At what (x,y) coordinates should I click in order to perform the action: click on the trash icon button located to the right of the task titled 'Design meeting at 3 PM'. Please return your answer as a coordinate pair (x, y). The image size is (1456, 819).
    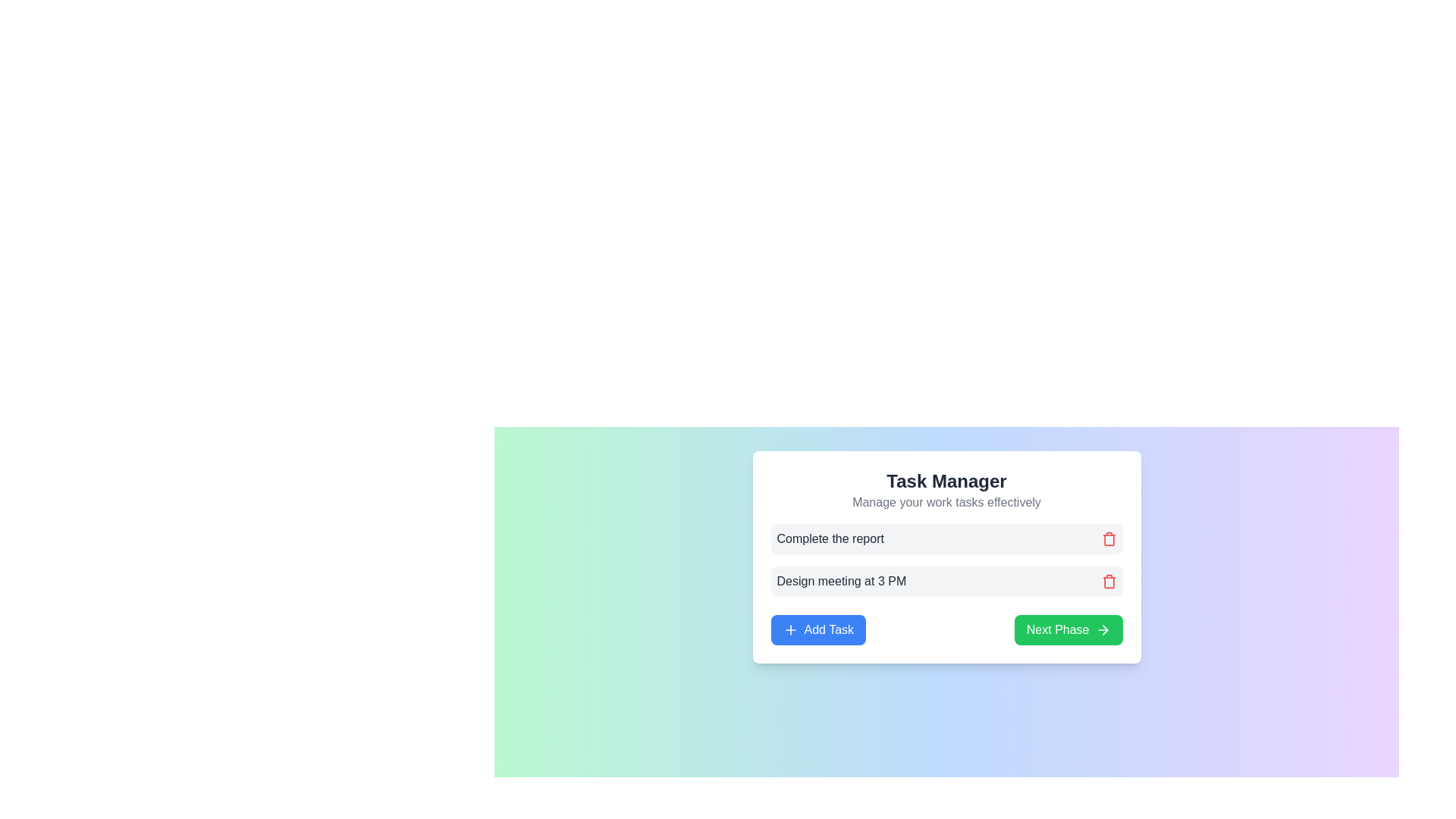
    Looking at the image, I should click on (1109, 581).